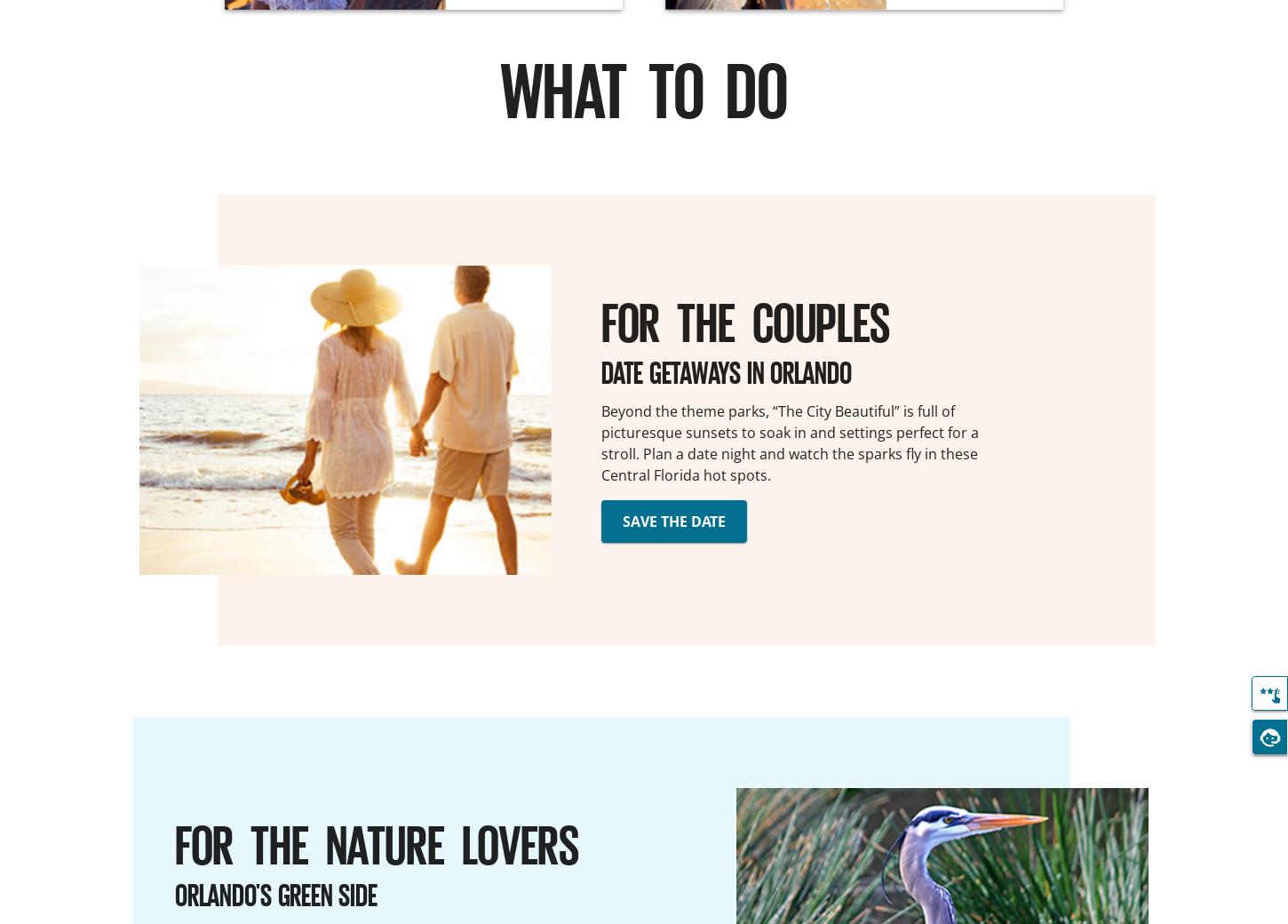 The image size is (1288, 924). What do you see at coordinates (788, 453) in the screenshot?
I see `'stroll. Plan a date night and watch the sparks fly in these'` at bounding box center [788, 453].